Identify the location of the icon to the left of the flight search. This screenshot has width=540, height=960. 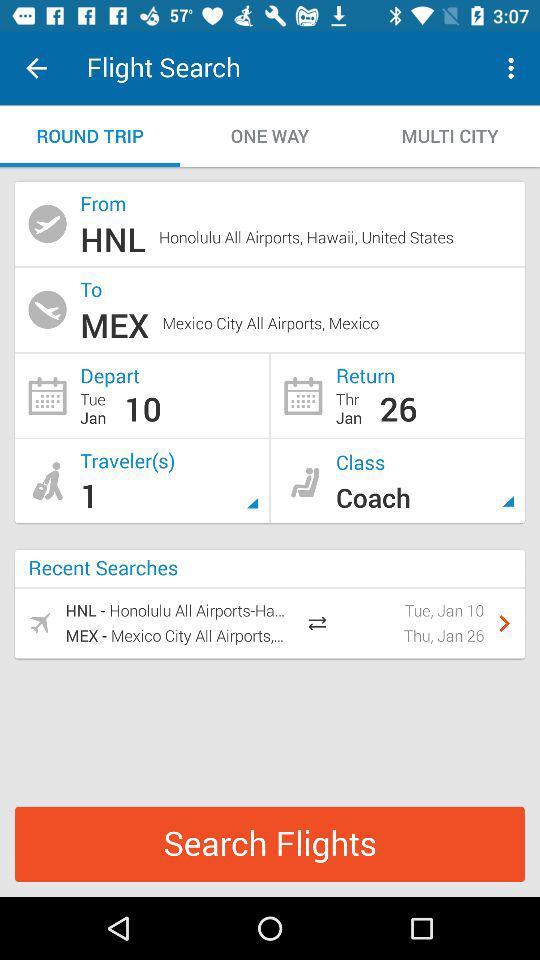
(36, 68).